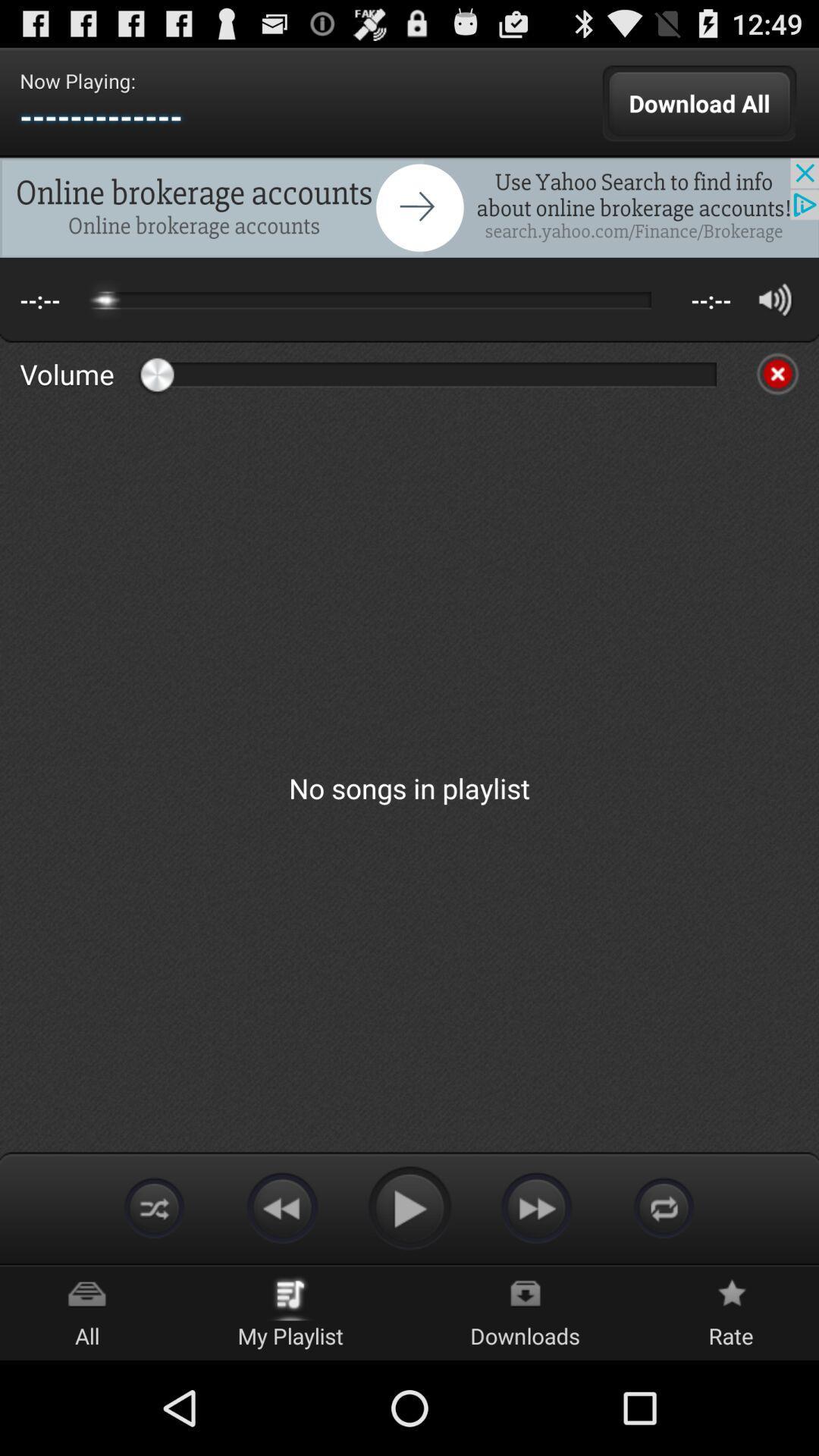 The image size is (819, 1456). Describe the element at coordinates (536, 1291) in the screenshot. I see `the av_forward icon` at that location.